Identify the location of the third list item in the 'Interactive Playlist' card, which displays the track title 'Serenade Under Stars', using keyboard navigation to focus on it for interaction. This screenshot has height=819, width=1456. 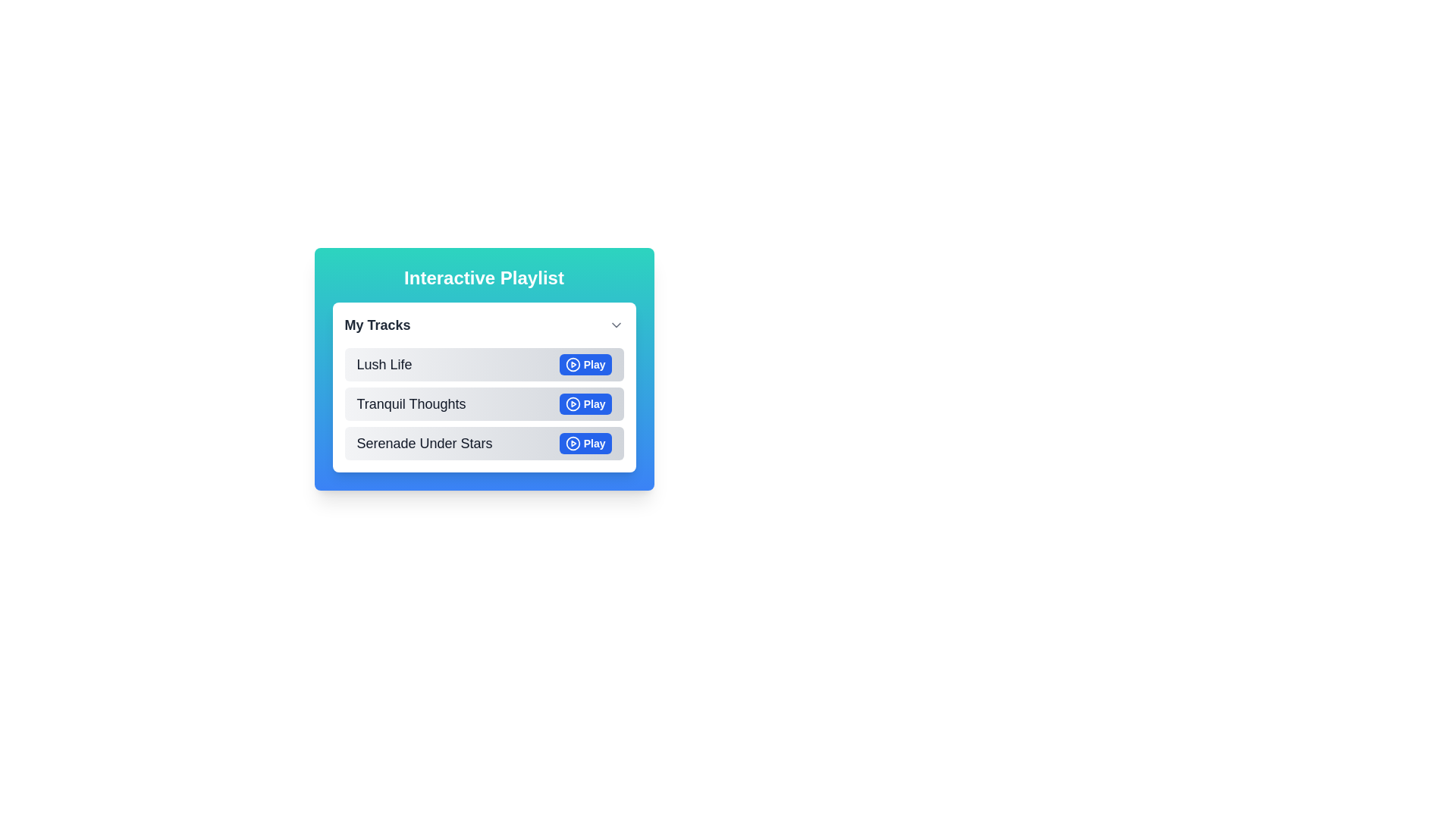
(483, 444).